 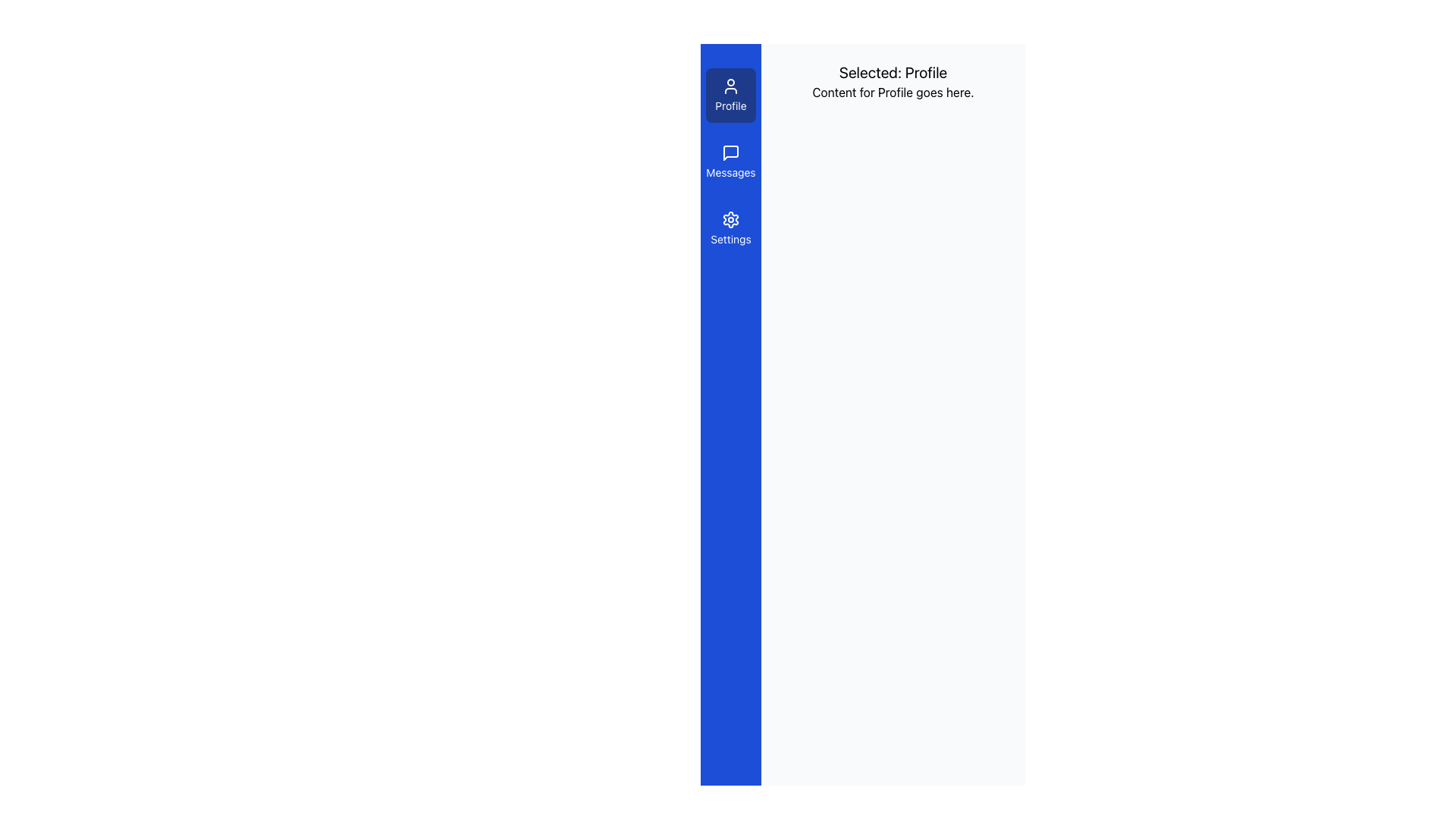 What do you see at coordinates (731, 228) in the screenshot?
I see `the 'Settings' button located in the vertical navigation sidebar, which has a blue background and includes a white gear icon above the text` at bounding box center [731, 228].